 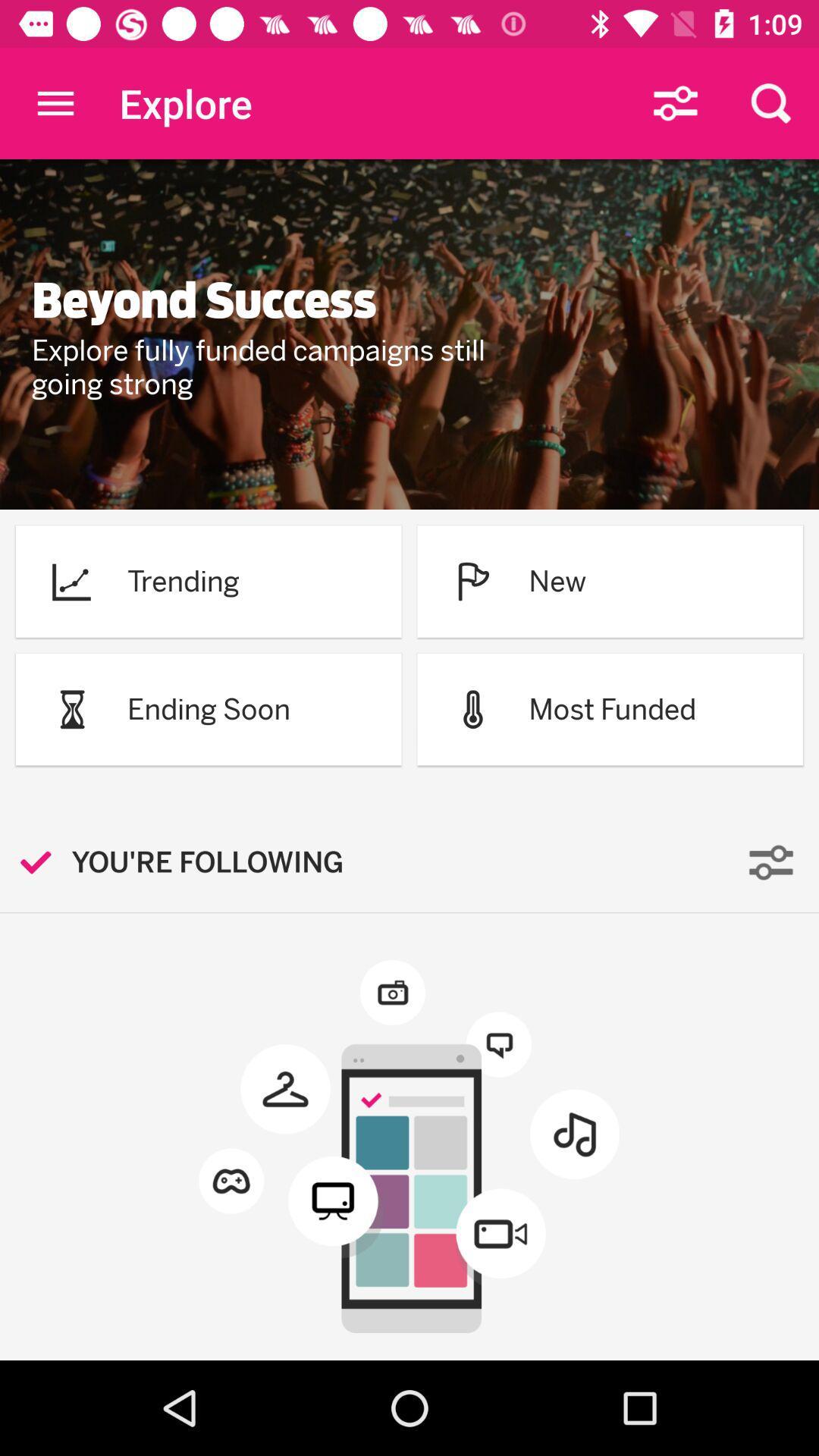 I want to click on the icon to the left of the explore item, so click(x=55, y=102).